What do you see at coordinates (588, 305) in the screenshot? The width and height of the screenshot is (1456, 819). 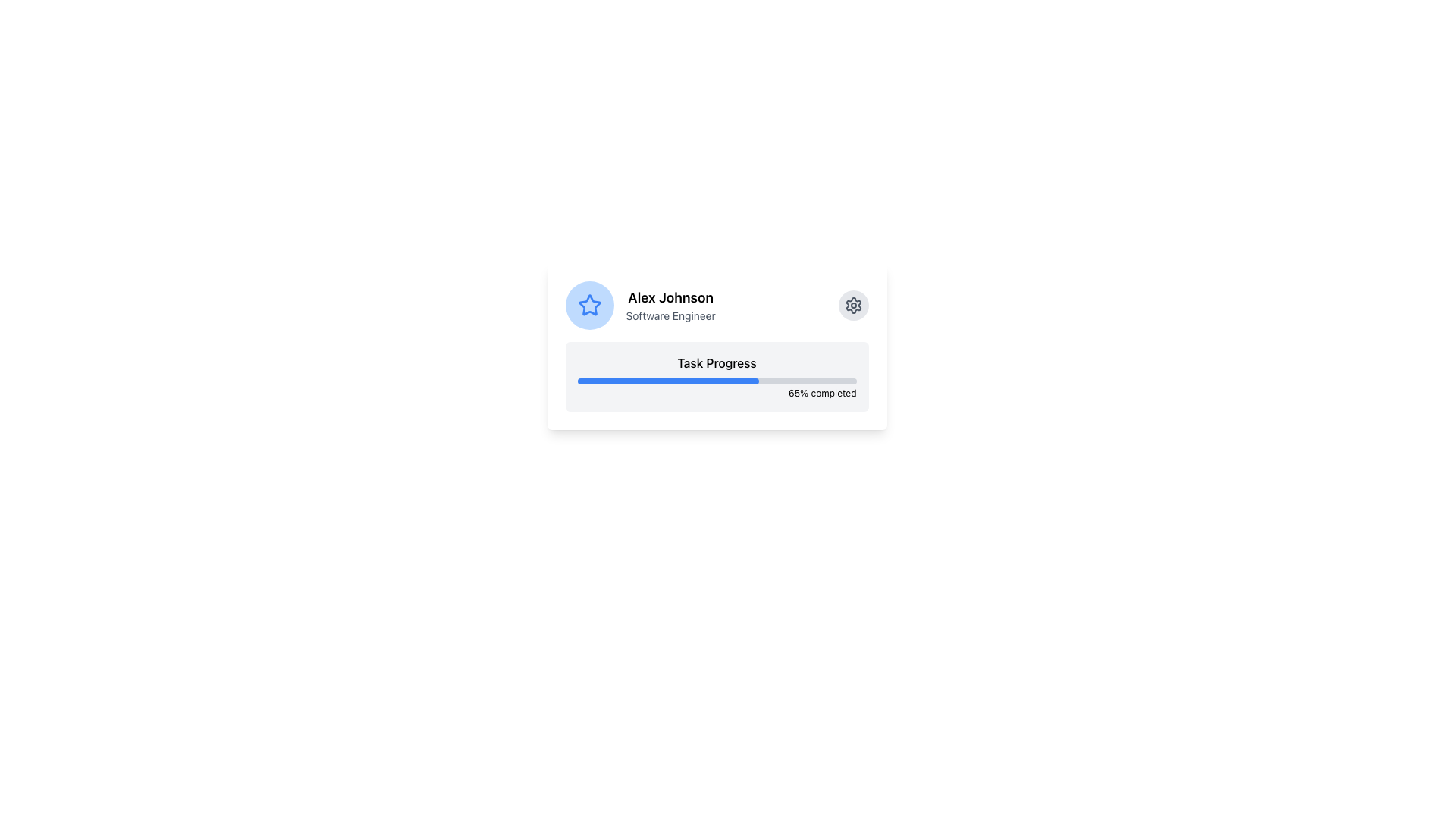 I see `the decorative Icon (SVG) located in the top-left corner of the component card that displays the user name, title, and progress bar` at bounding box center [588, 305].